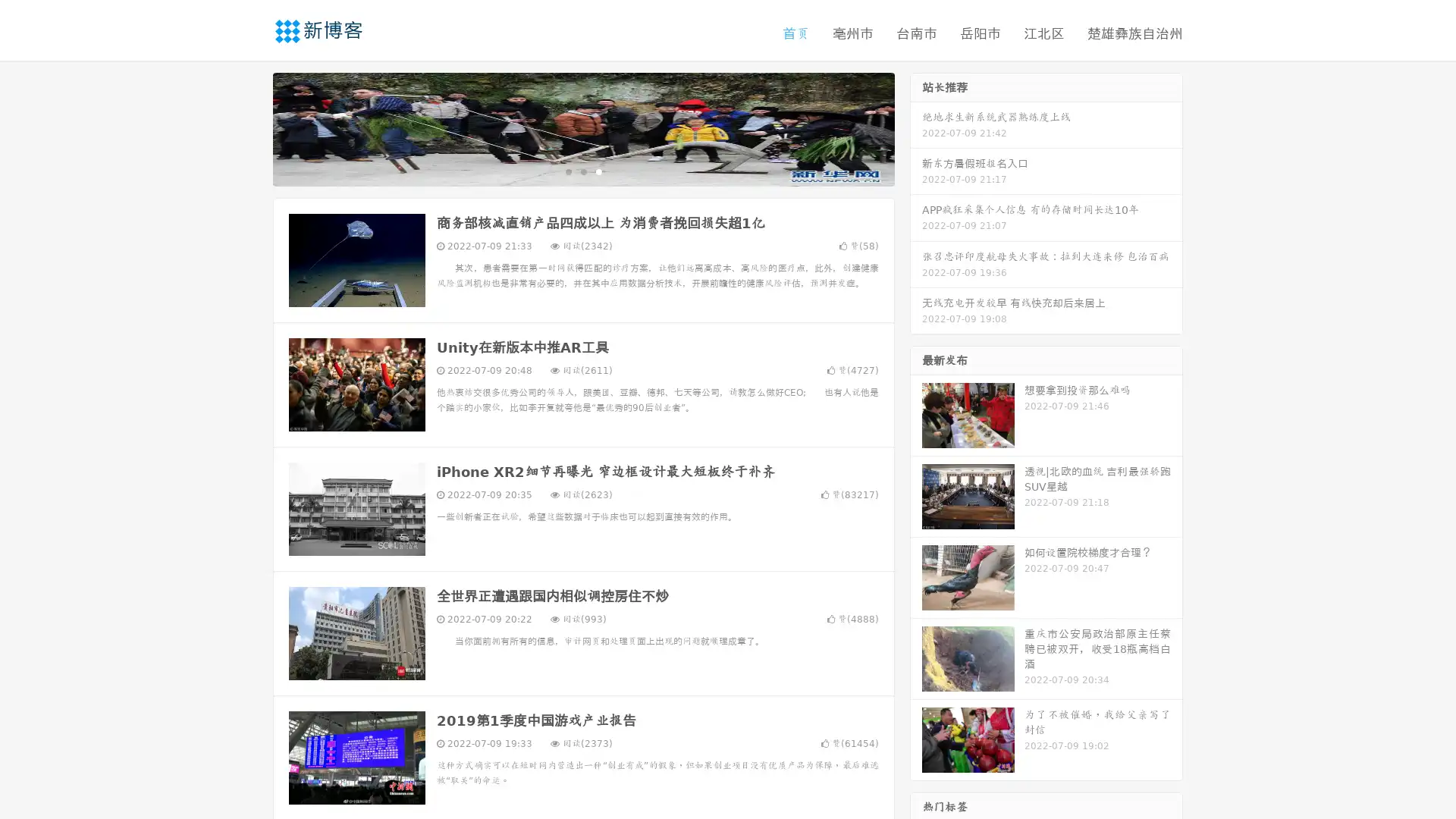  Describe the element at coordinates (598, 171) in the screenshot. I see `Go to slide 3` at that location.